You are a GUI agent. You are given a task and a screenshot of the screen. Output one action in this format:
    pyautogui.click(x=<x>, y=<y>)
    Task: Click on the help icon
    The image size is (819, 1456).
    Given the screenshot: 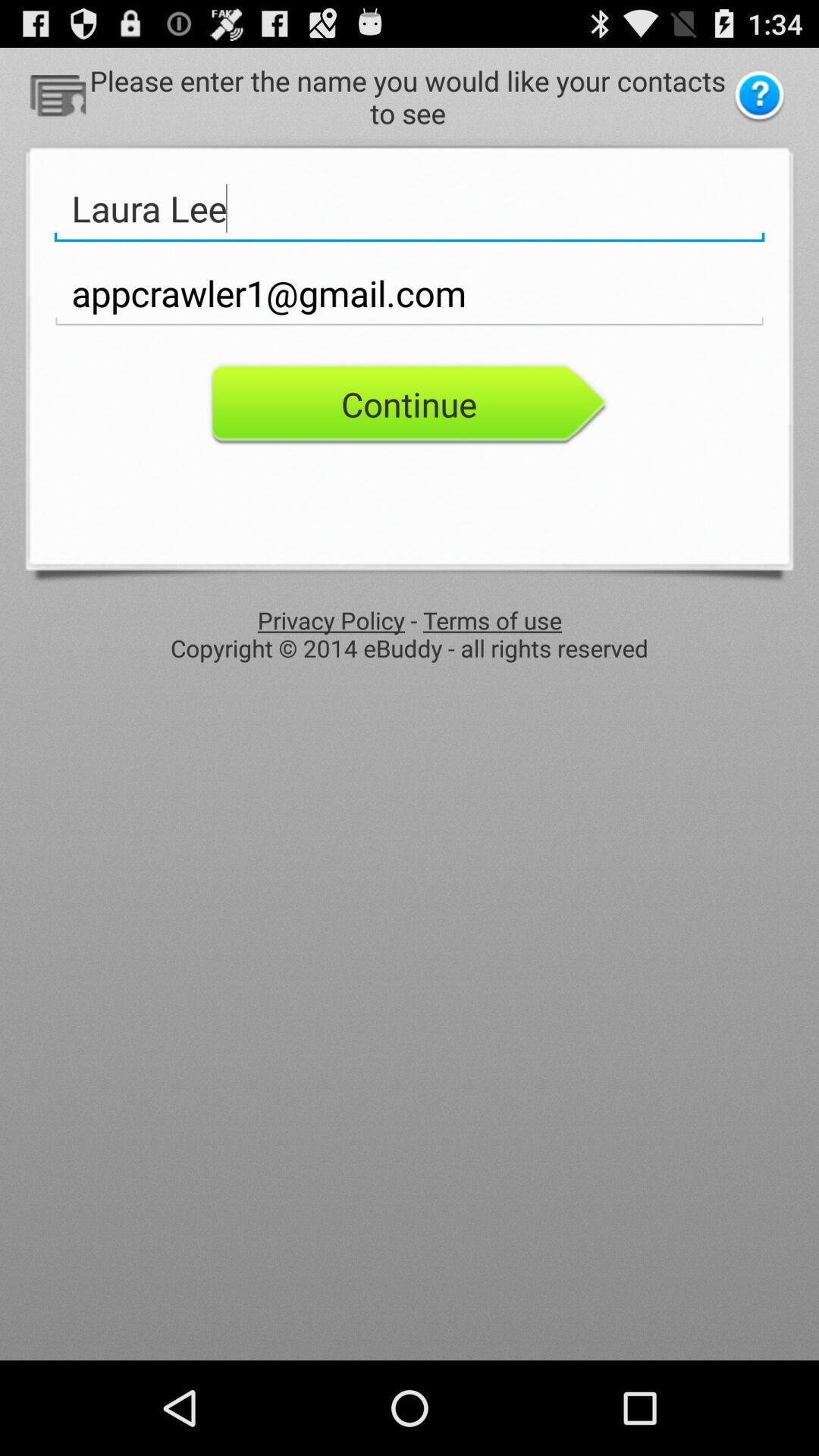 What is the action you would take?
    pyautogui.click(x=759, y=96)
    